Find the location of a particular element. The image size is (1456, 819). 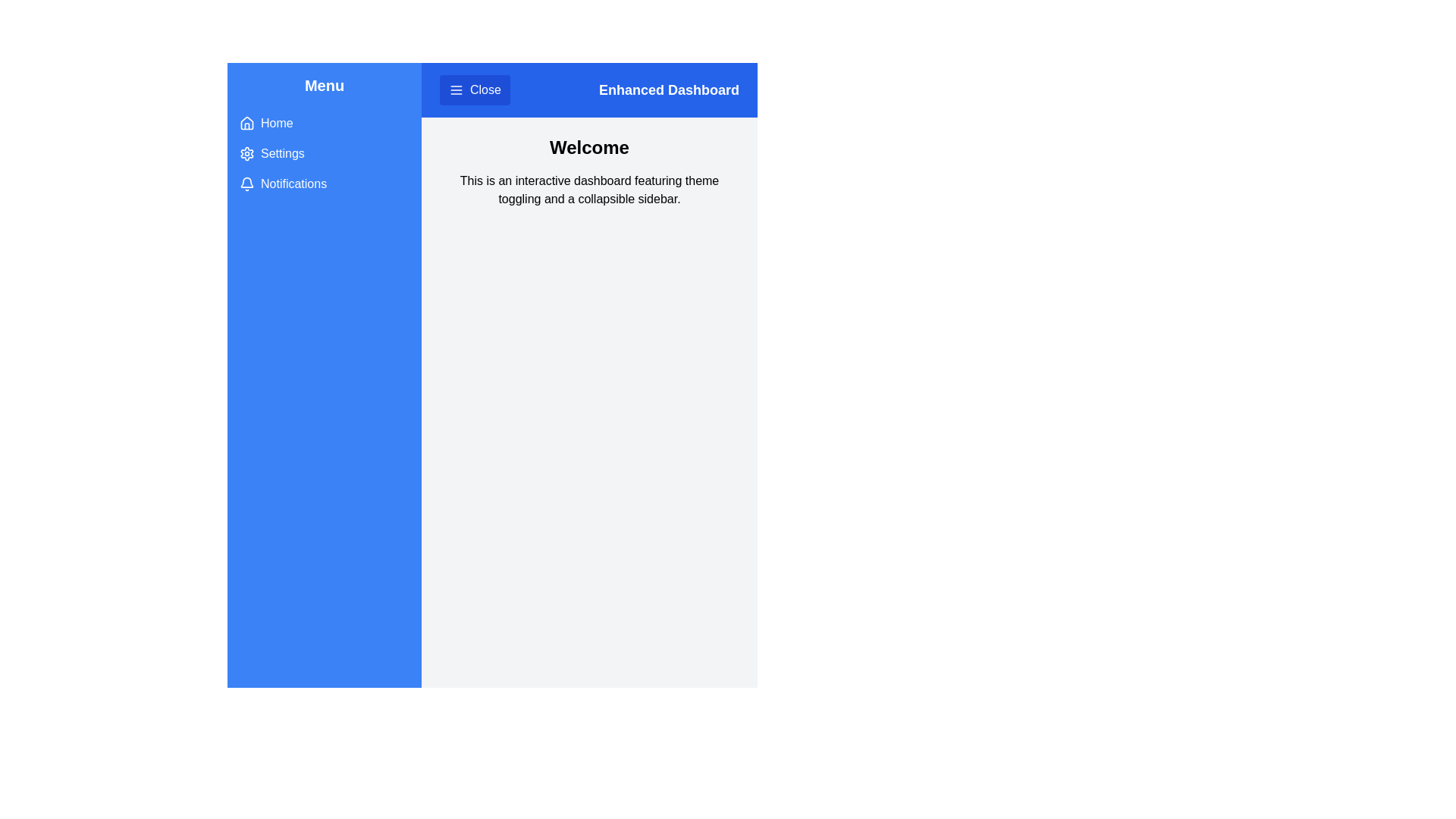

the bold, large-sized header text reading 'Welcome' which is styled in contrasting colors based on the theme and positioned near the top of the central content pane is located at coordinates (588, 148).